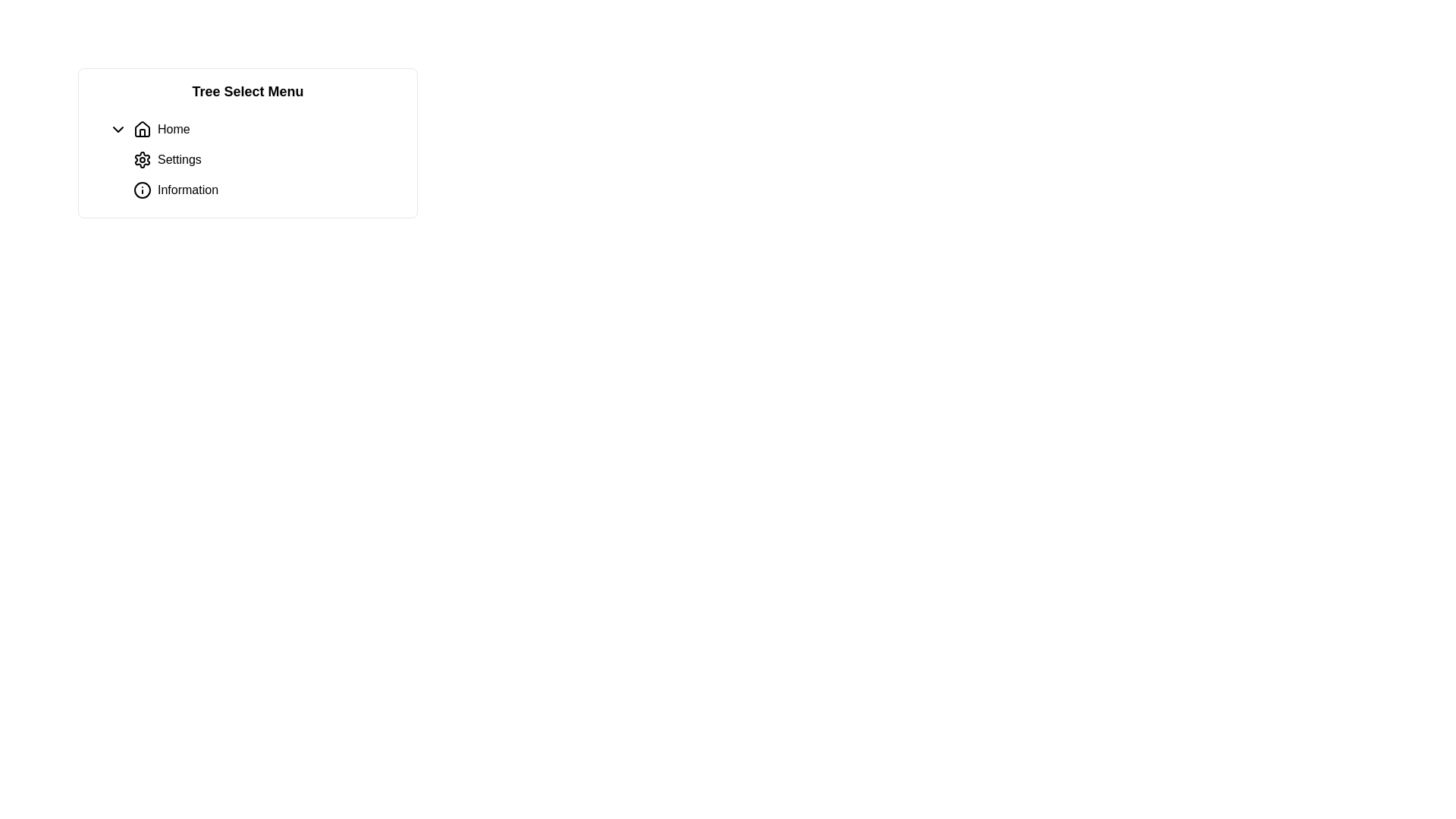  Describe the element at coordinates (254, 128) in the screenshot. I see `the 'Home' button located at the top of the 'Tree Select Menu', which is the first item in a vertical list of navigation options` at that location.